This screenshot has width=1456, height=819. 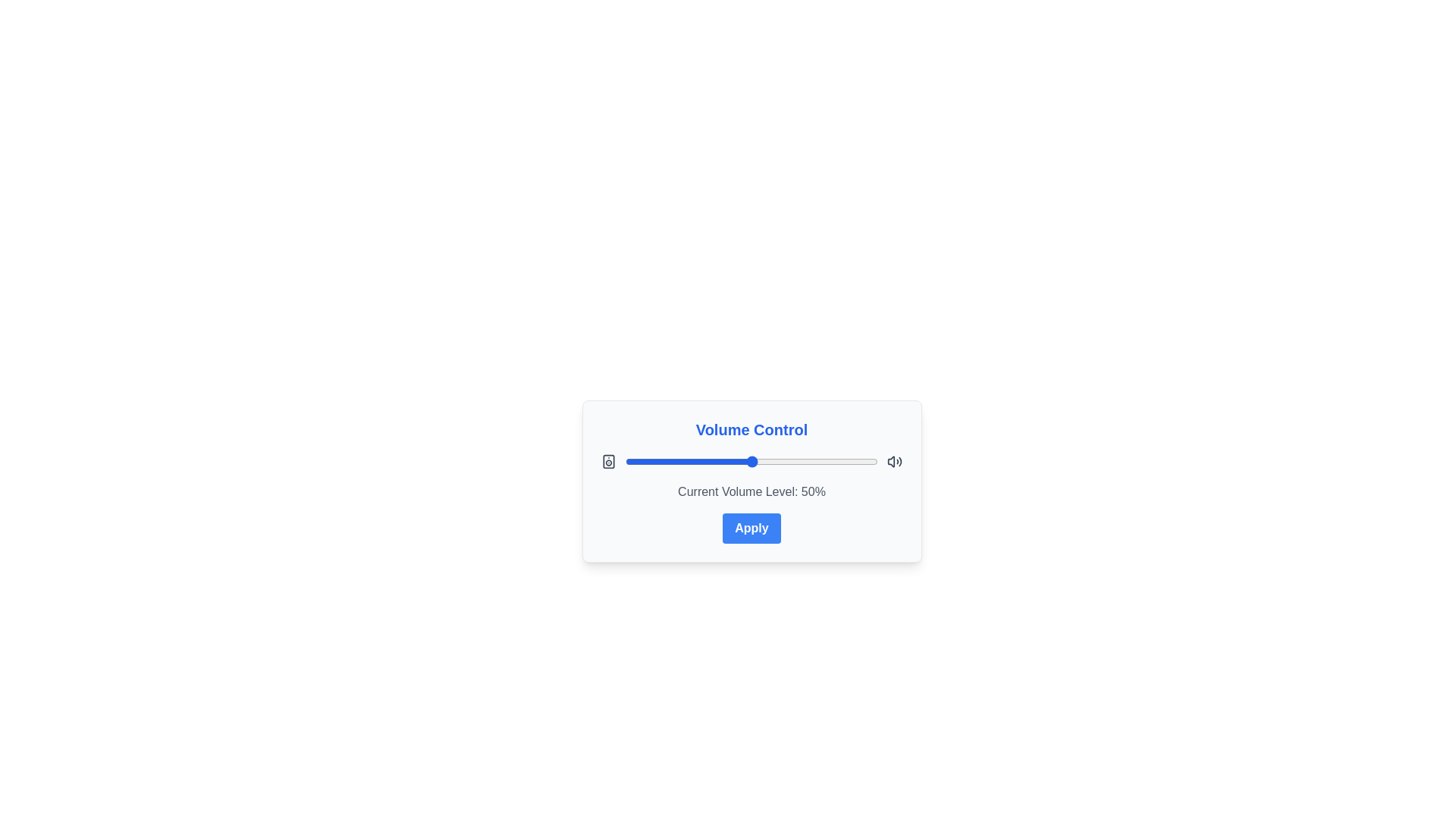 What do you see at coordinates (871, 461) in the screenshot?
I see `the slider` at bounding box center [871, 461].